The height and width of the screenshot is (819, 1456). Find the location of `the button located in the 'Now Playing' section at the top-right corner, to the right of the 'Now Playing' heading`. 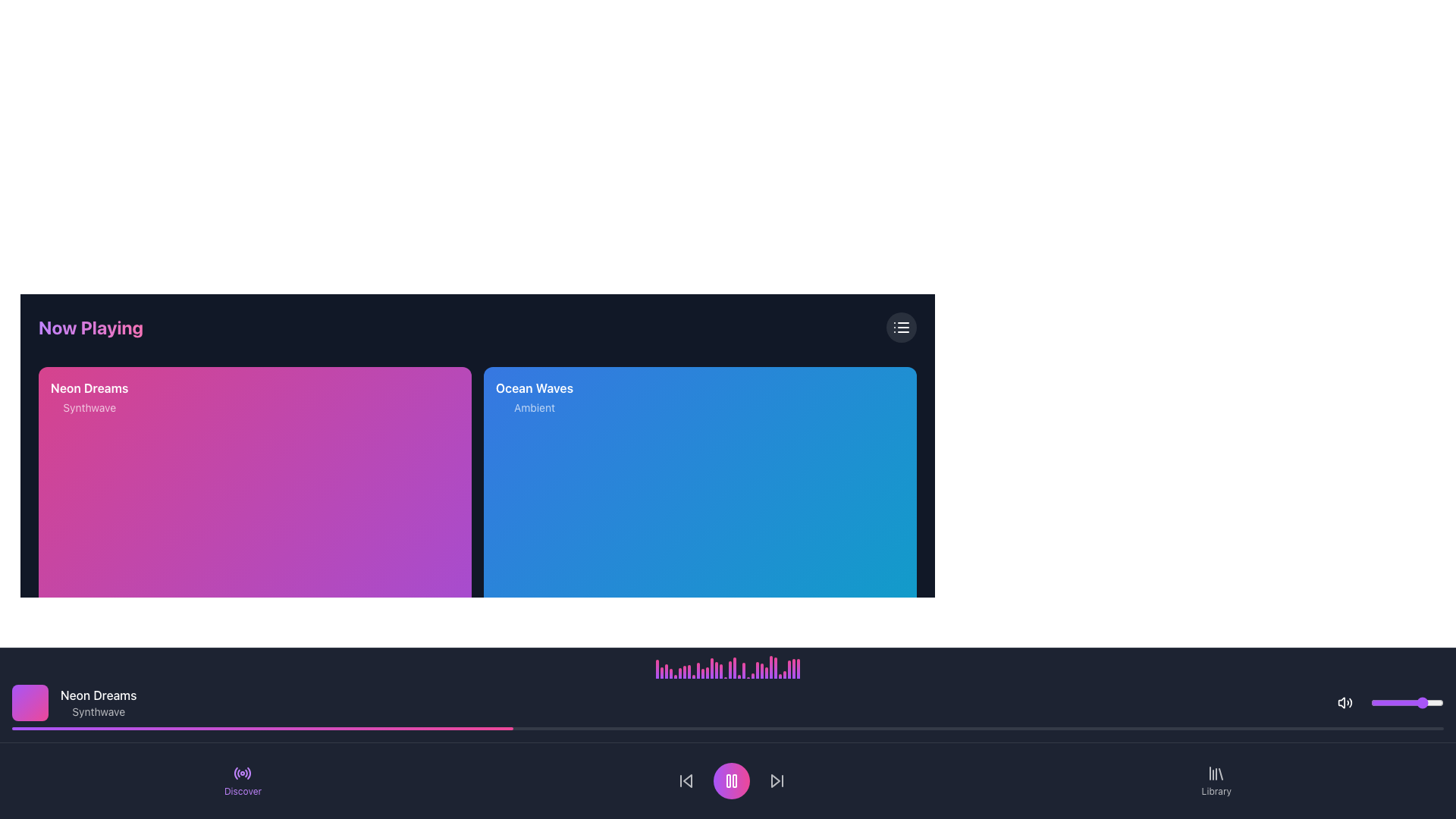

the button located in the 'Now Playing' section at the top-right corner, to the right of the 'Now Playing' heading is located at coordinates (902, 327).